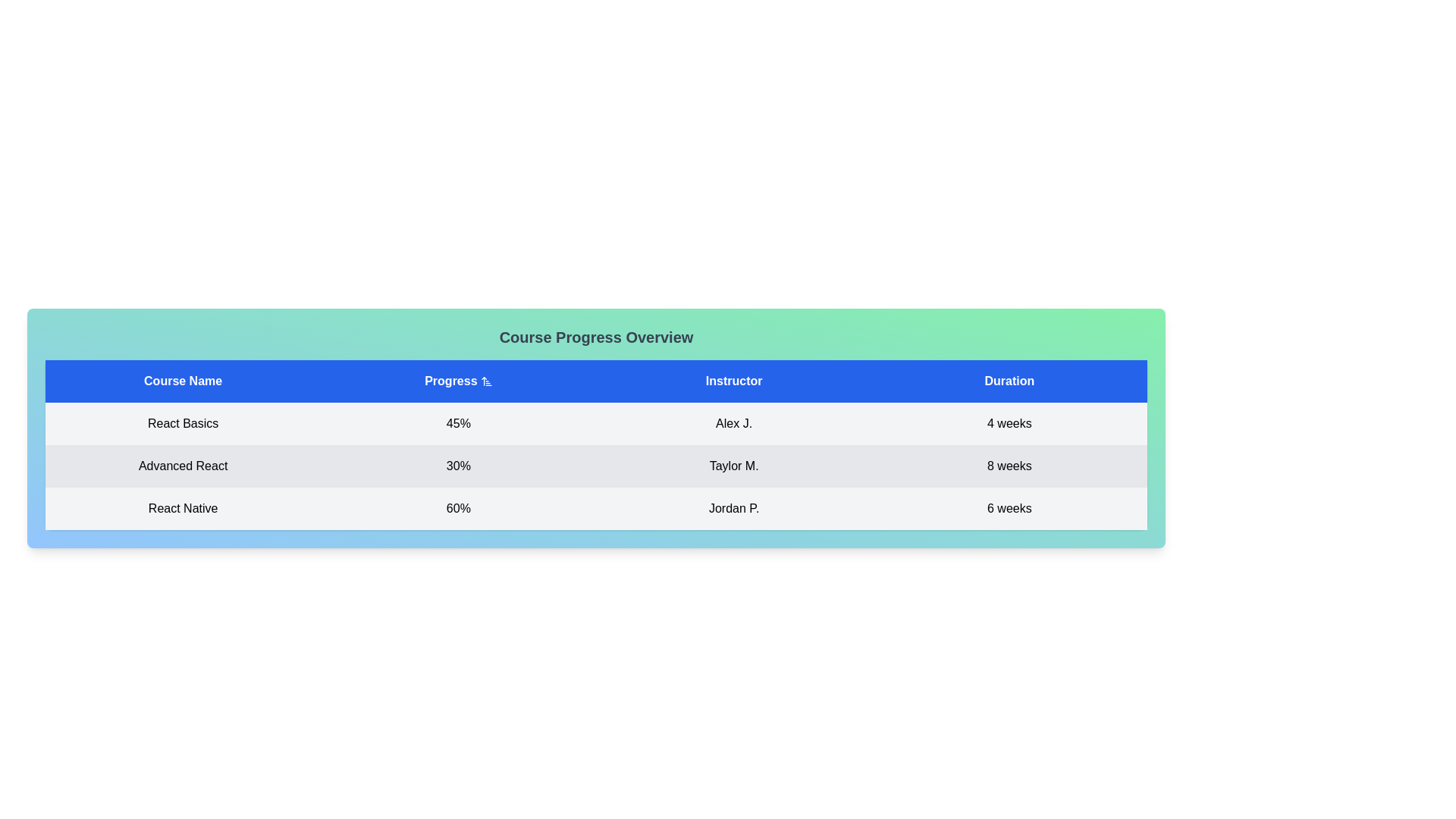 This screenshot has height=819, width=1456. What do you see at coordinates (457, 424) in the screenshot?
I see `the text display showing '45%' in bold, black text, which is part of the 'Progress %' column in the first data row of the table` at bounding box center [457, 424].